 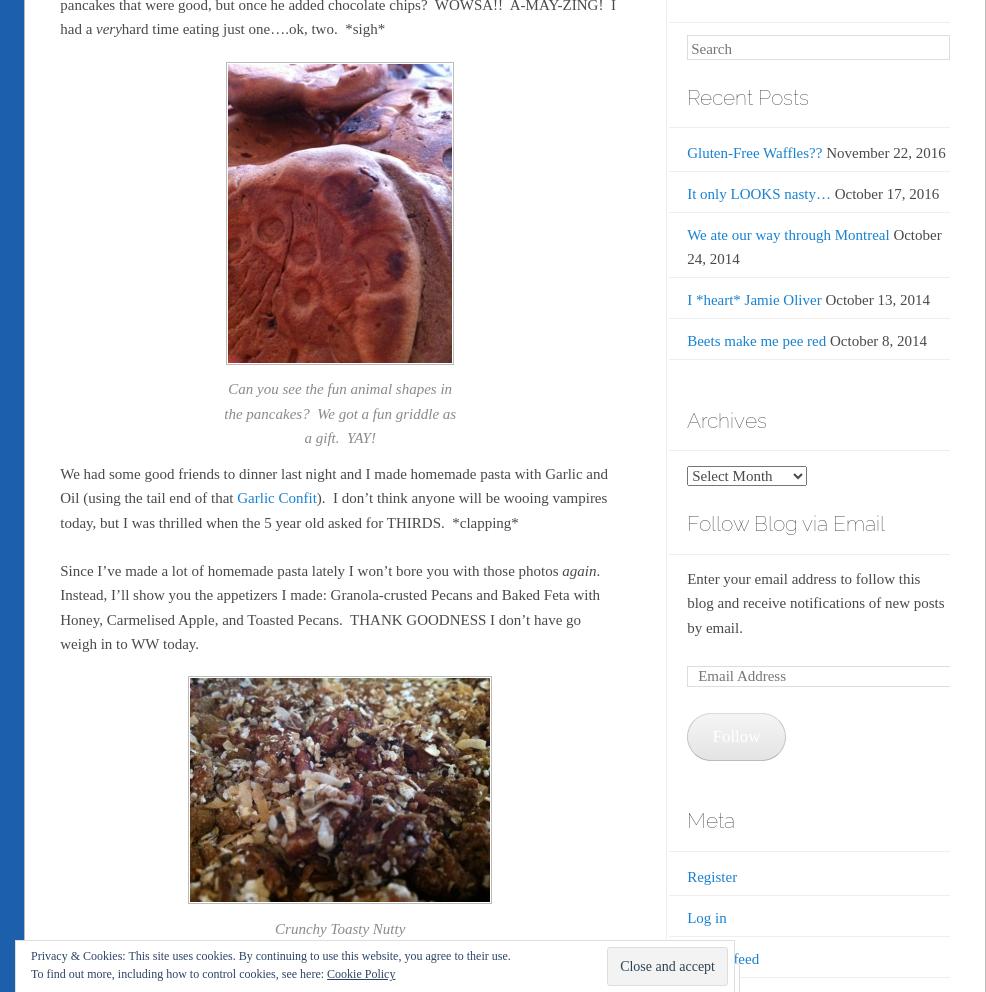 What do you see at coordinates (177, 974) in the screenshot?
I see `'To find out more, including how to control cookies, see here:'` at bounding box center [177, 974].